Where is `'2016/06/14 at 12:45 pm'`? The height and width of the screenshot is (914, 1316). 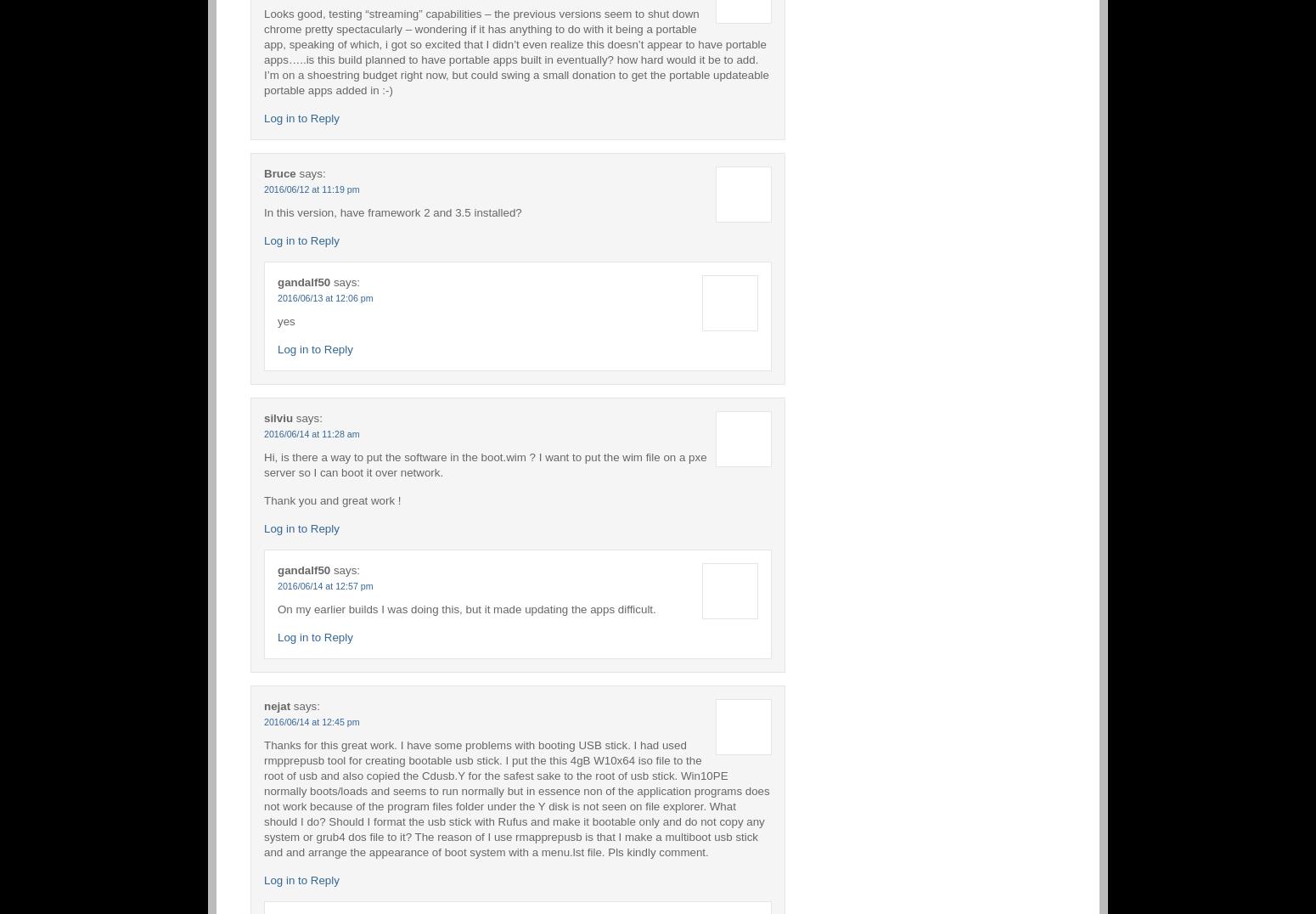
'2016/06/14 at 12:45 pm' is located at coordinates (311, 719).